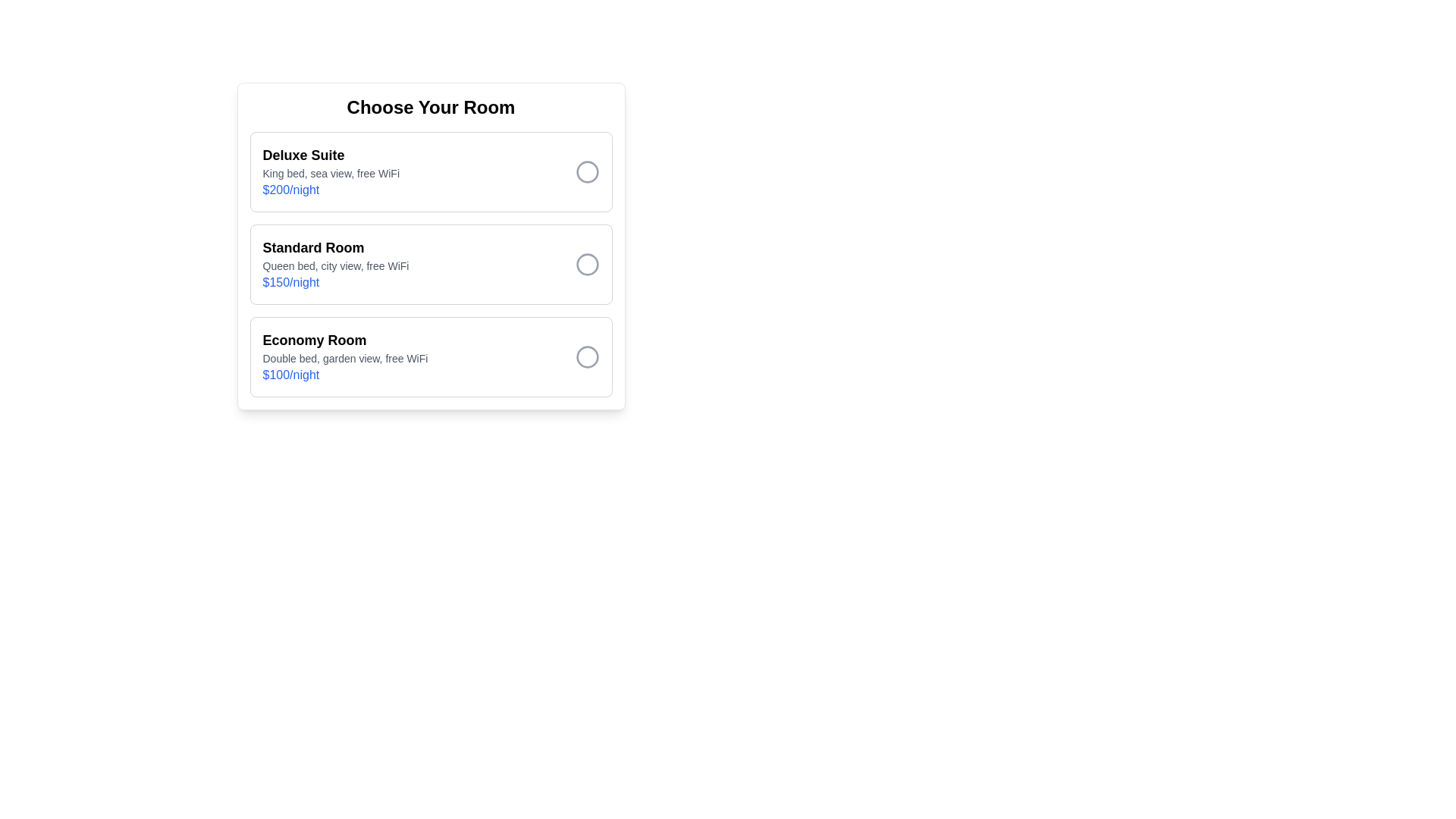  Describe the element at coordinates (334, 263) in the screenshot. I see `the text element displaying 'Standard Room', which includes the features 'Queen bed, city view, free WiFi,' and the pricing '$150/night'` at that location.